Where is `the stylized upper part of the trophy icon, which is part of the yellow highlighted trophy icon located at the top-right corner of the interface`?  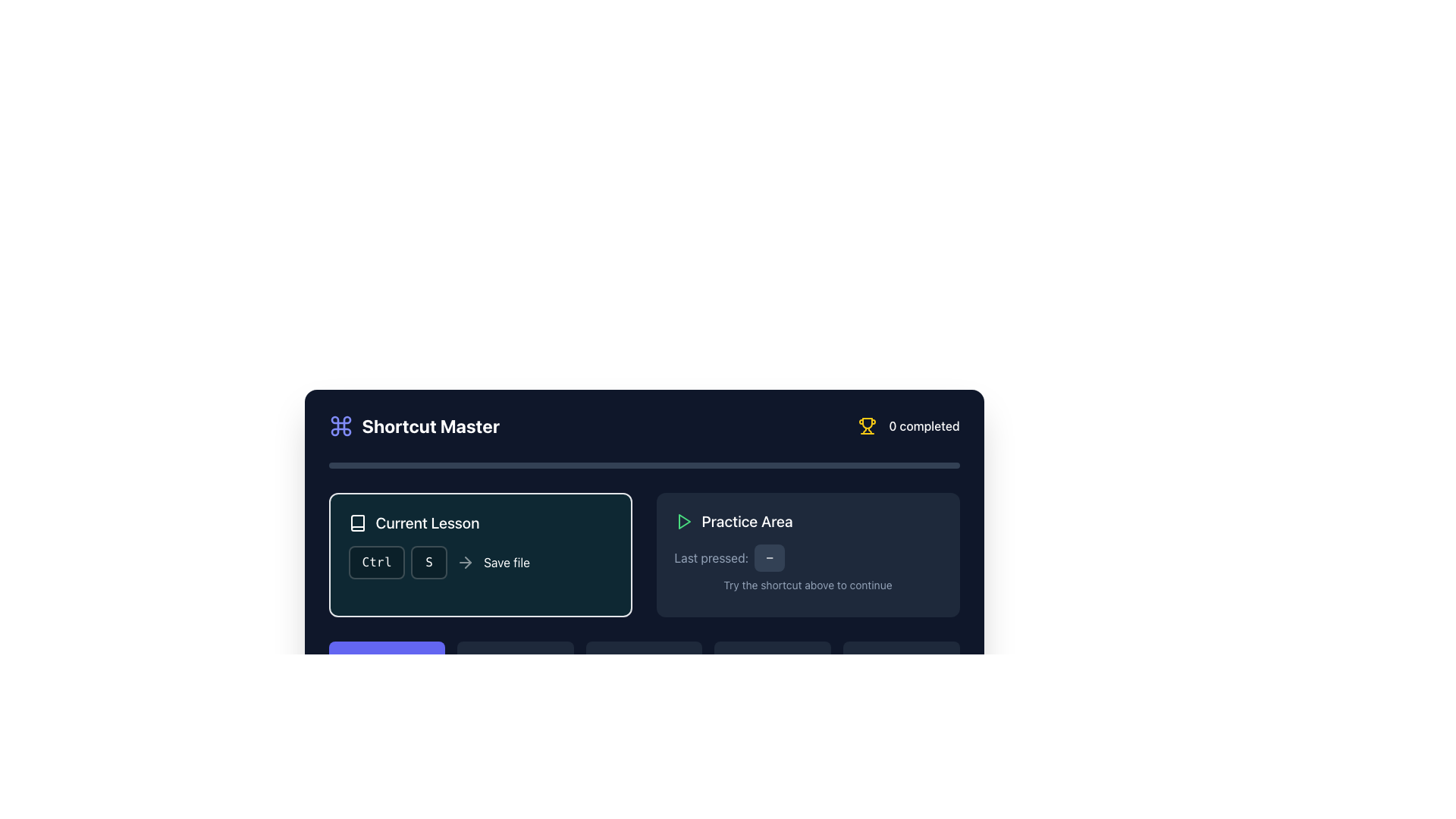 the stylized upper part of the trophy icon, which is part of the yellow highlighted trophy icon located at the top-right corner of the interface is located at coordinates (868, 423).